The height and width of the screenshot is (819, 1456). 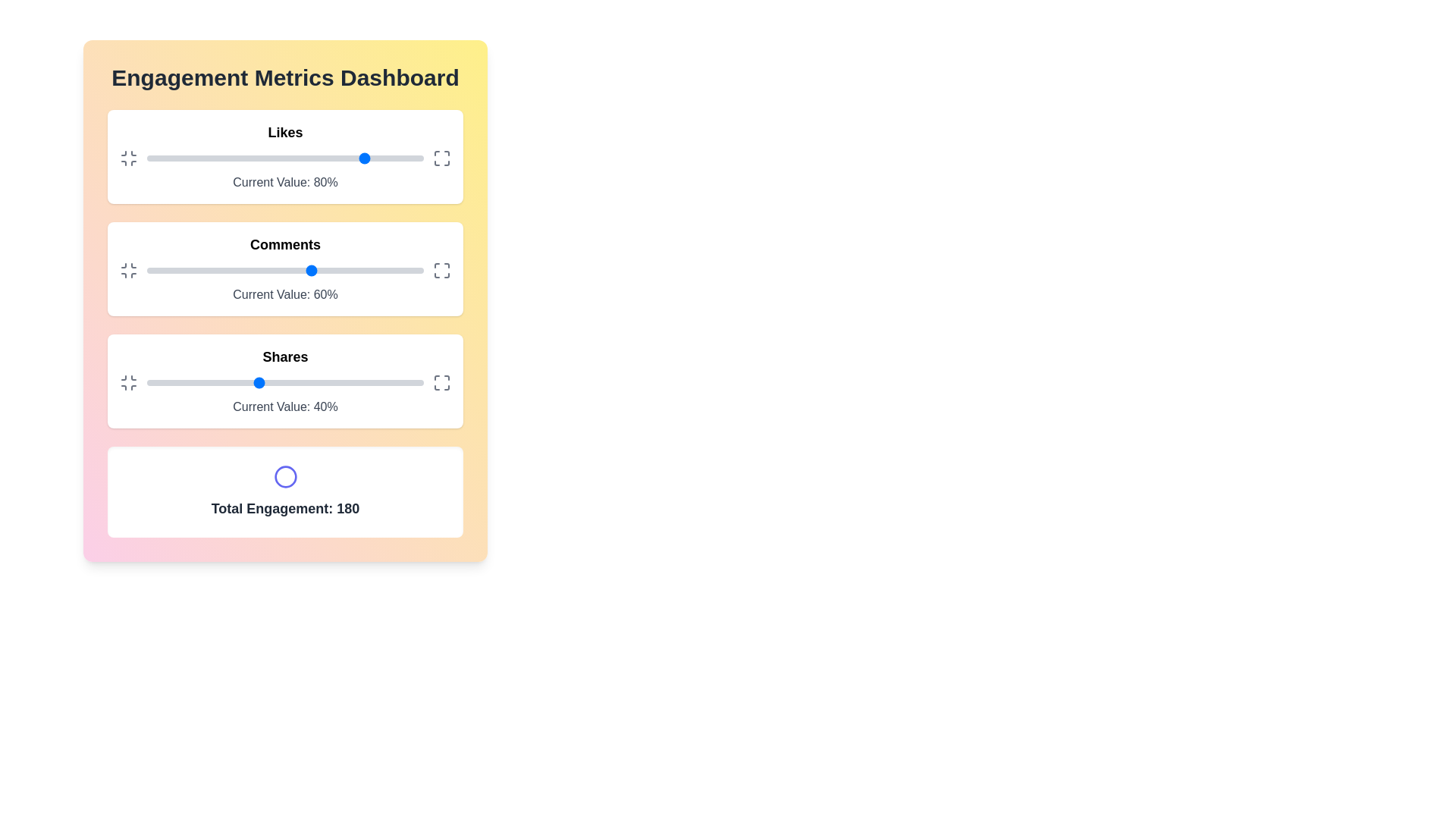 What do you see at coordinates (218, 382) in the screenshot?
I see `the shares value` at bounding box center [218, 382].